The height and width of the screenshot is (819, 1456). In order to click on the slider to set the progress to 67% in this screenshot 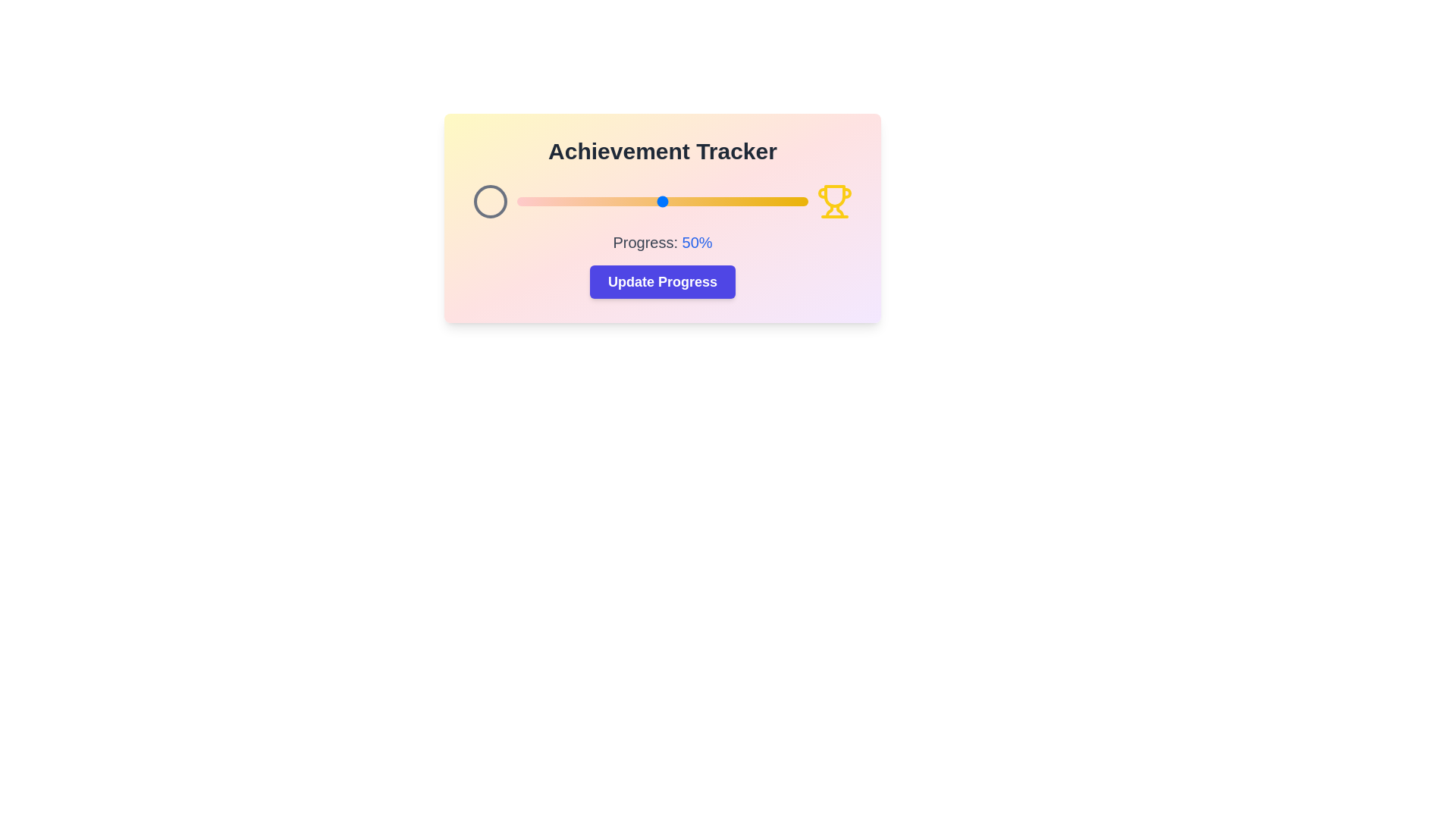, I will do `click(711, 201)`.